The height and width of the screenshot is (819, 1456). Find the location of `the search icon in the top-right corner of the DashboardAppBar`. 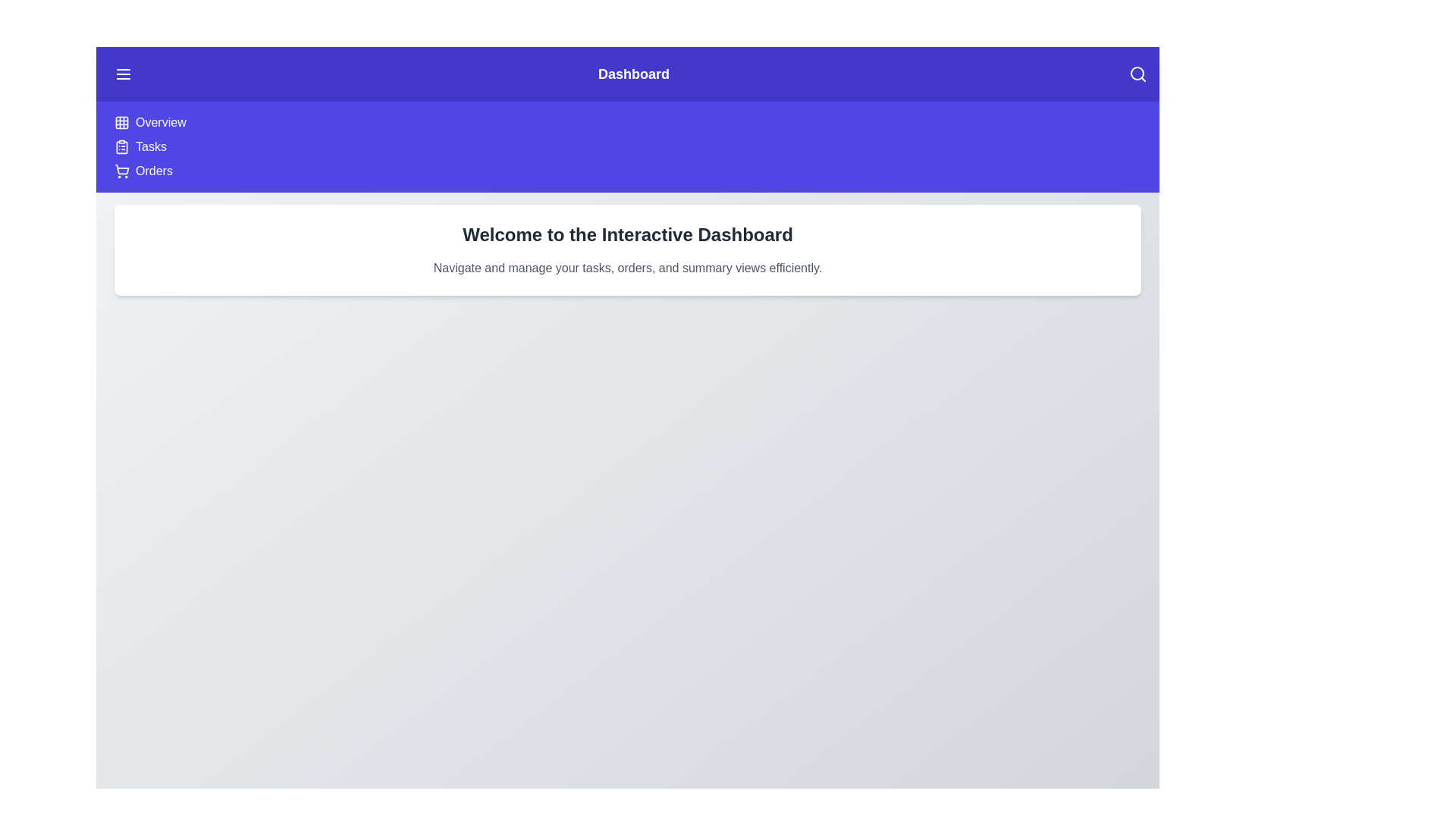

the search icon in the top-right corner of the DashboardAppBar is located at coordinates (1138, 74).